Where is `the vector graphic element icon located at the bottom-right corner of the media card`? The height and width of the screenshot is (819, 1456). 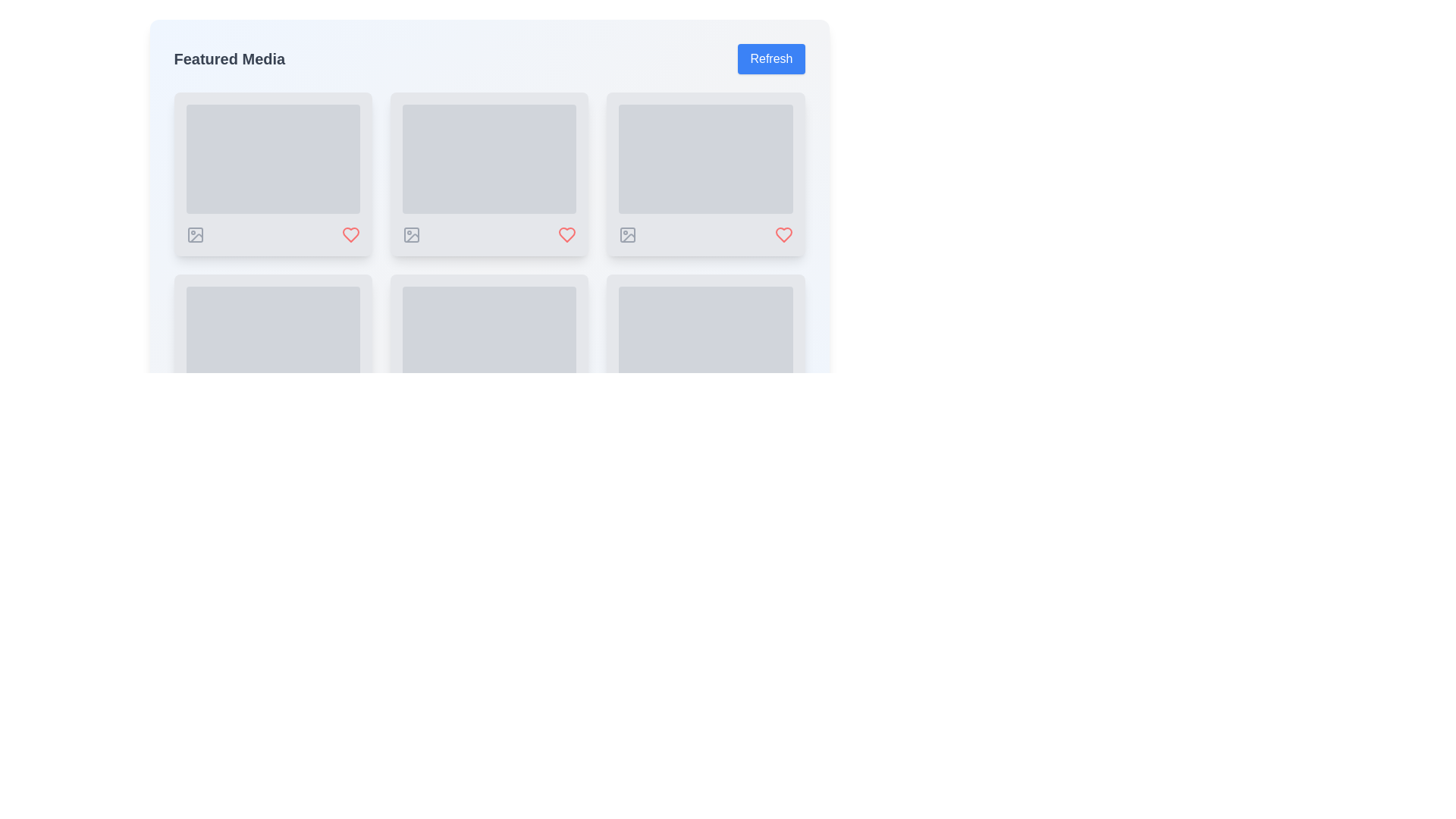 the vector graphic element icon located at the bottom-right corner of the media card is located at coordinates (629, 238).